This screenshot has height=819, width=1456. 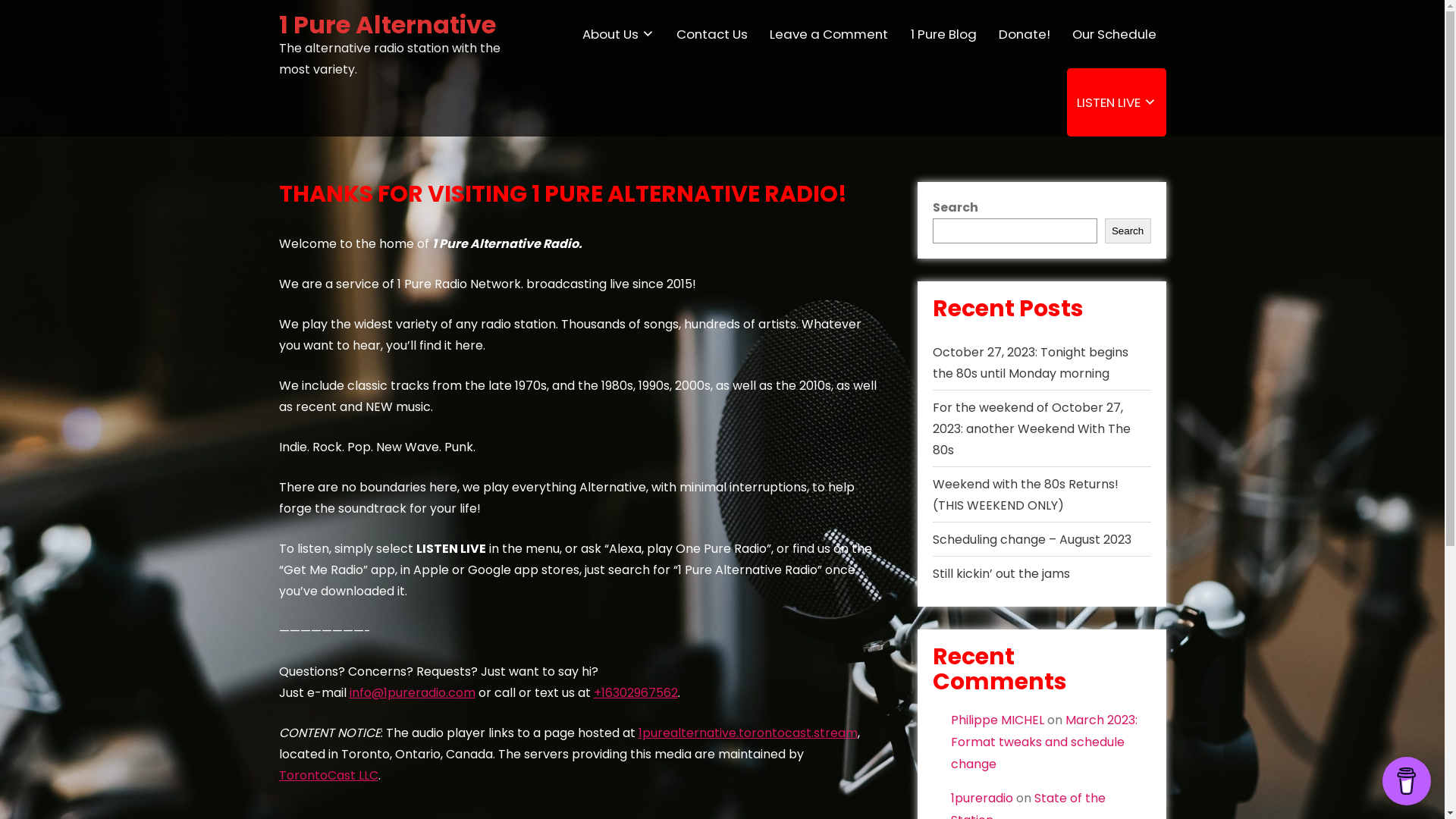 What do you see at coordinates (592, 692) in the screenshot?
I see `'+16302967562'` at bounding box center [592, 692].